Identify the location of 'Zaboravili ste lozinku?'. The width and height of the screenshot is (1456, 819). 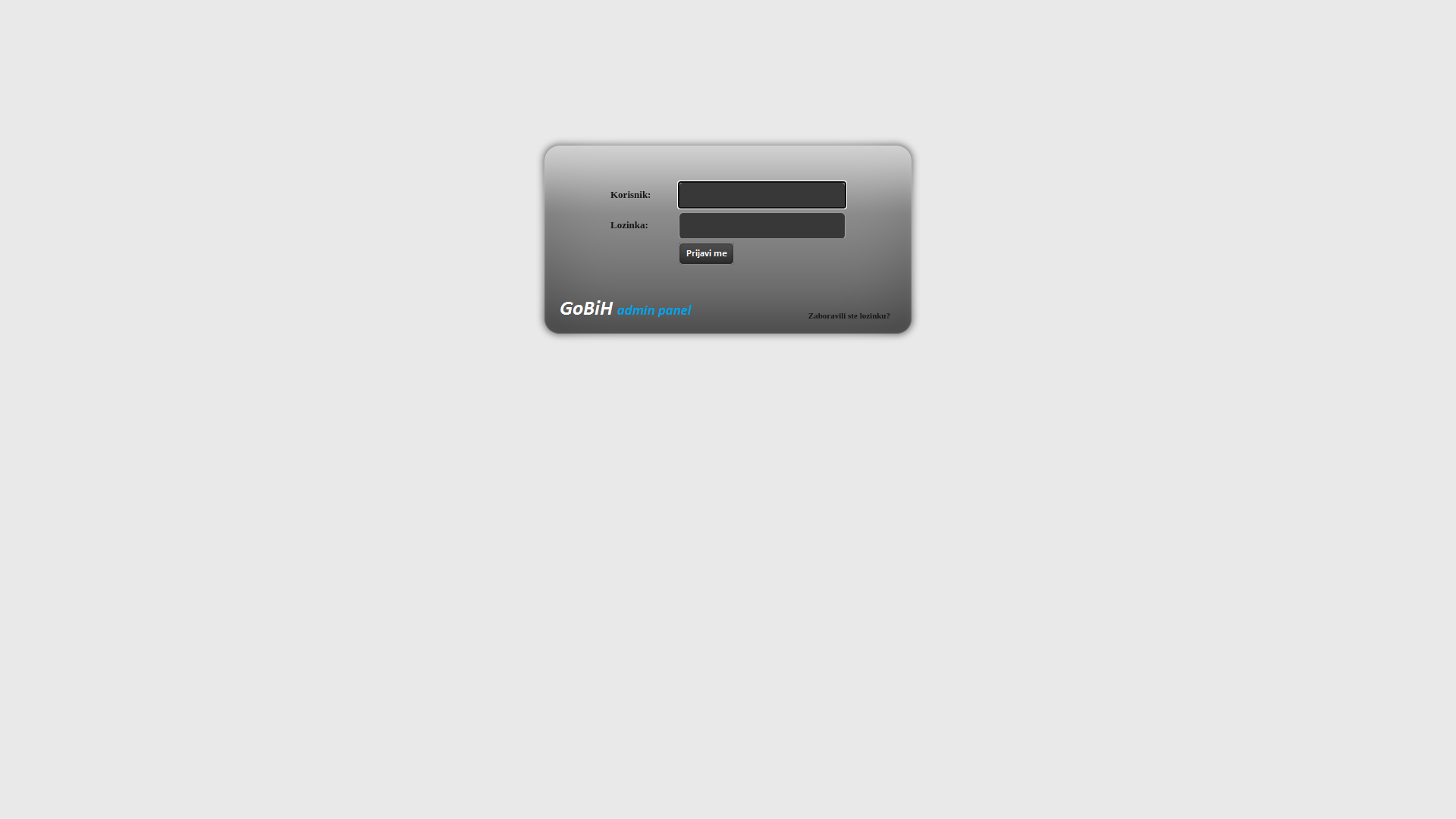
(848, 315).